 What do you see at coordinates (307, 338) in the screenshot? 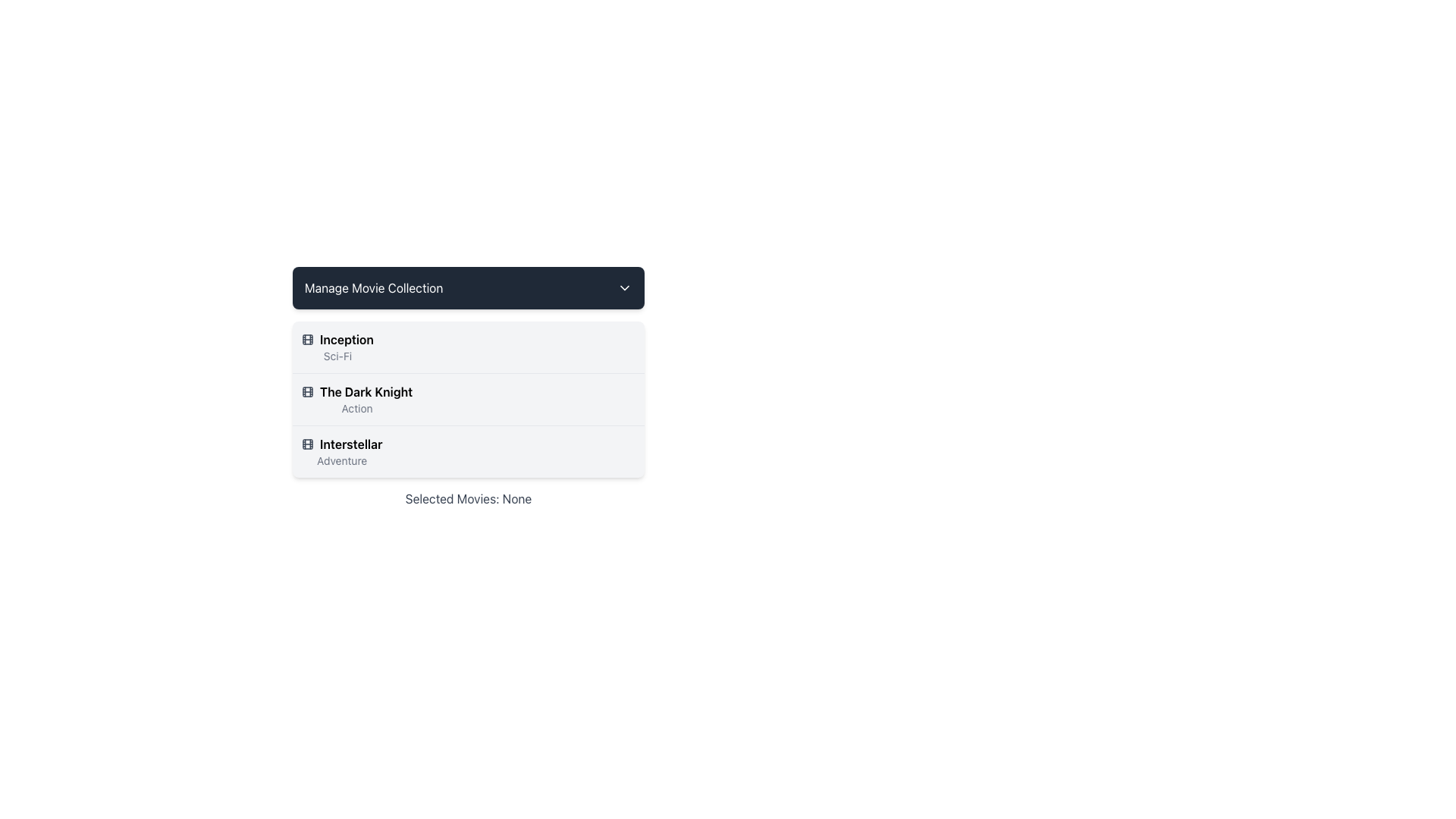
I see `the movie icon representing 'Inception', which is located at the leftmost part of the visible list` at bounding box center [307, 338].